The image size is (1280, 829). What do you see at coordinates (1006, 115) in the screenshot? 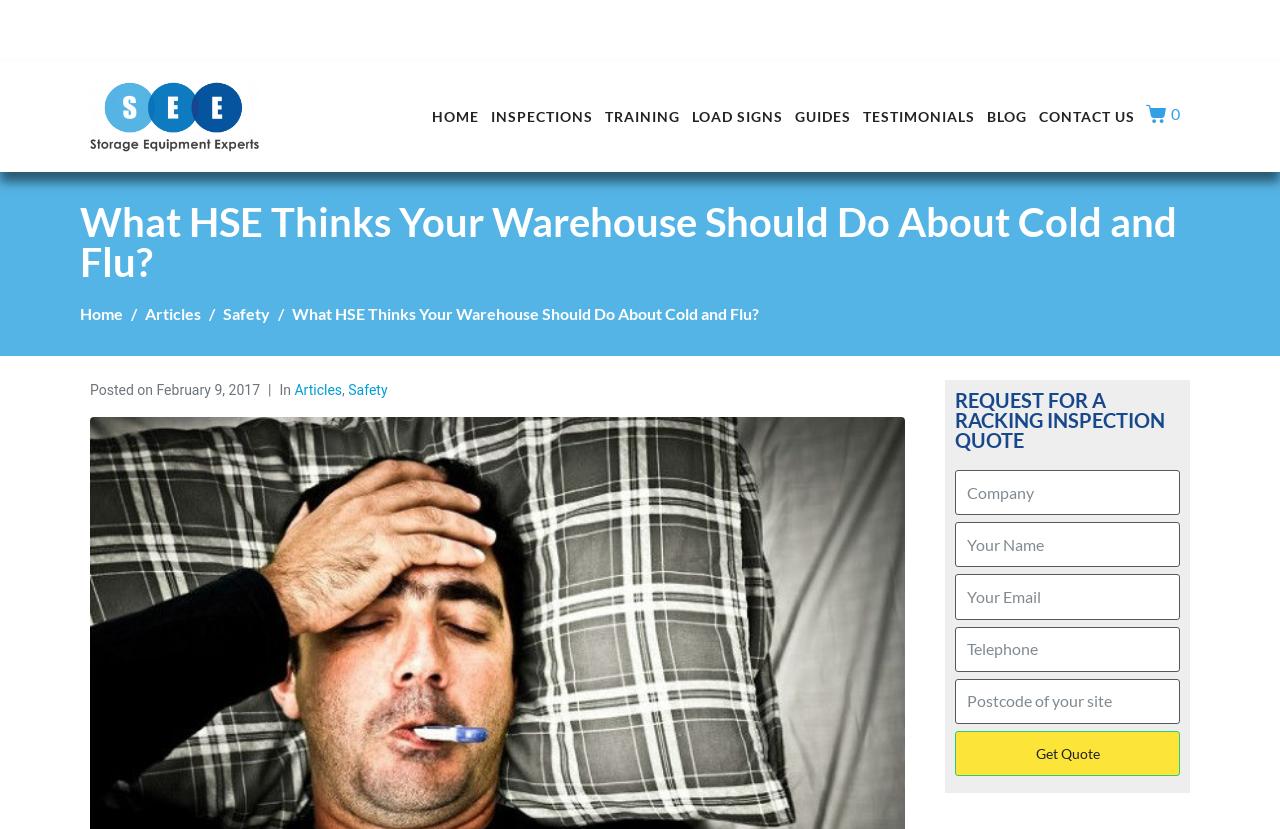
I see `'Blog'` at bounding box center [1006, 115].